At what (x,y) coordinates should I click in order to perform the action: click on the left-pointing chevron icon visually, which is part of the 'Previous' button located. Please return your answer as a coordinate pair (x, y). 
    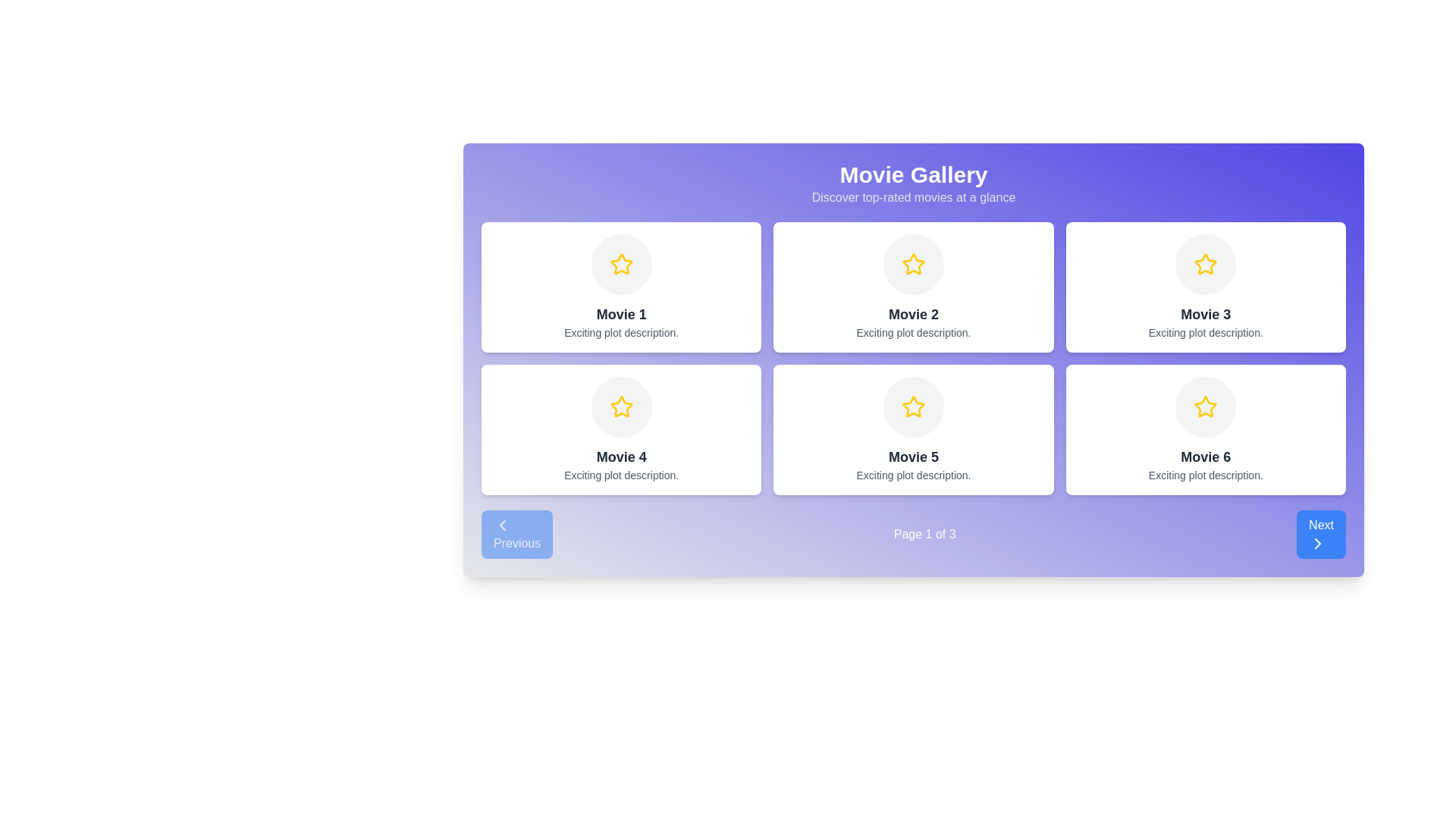
    Looking at the image, I should click on (502, 525).